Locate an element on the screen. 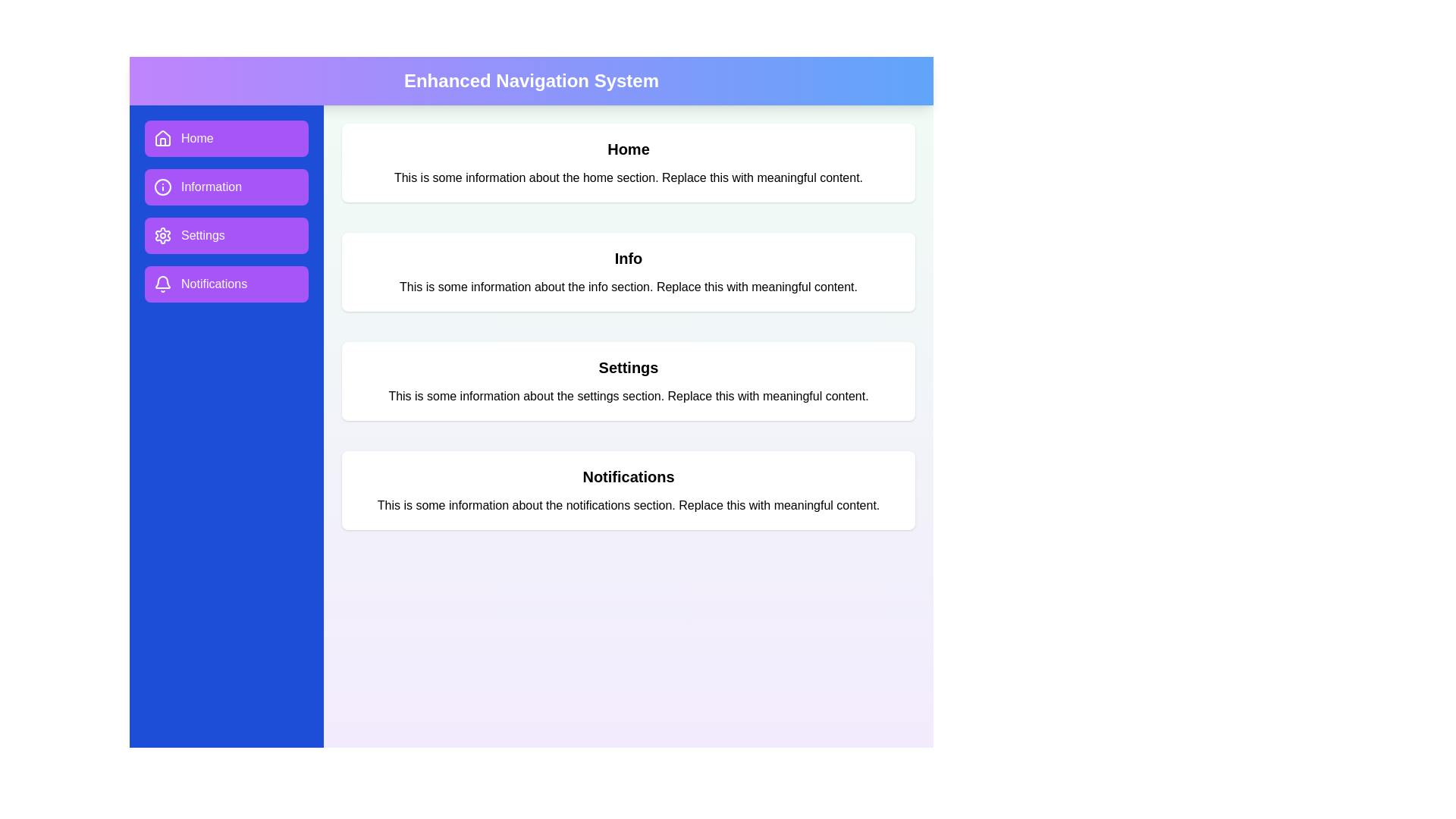  the text block that provides descriptive information about the 'Info' section, located in the central content panel under the 'Info' header is located at coordinates (629, 287).